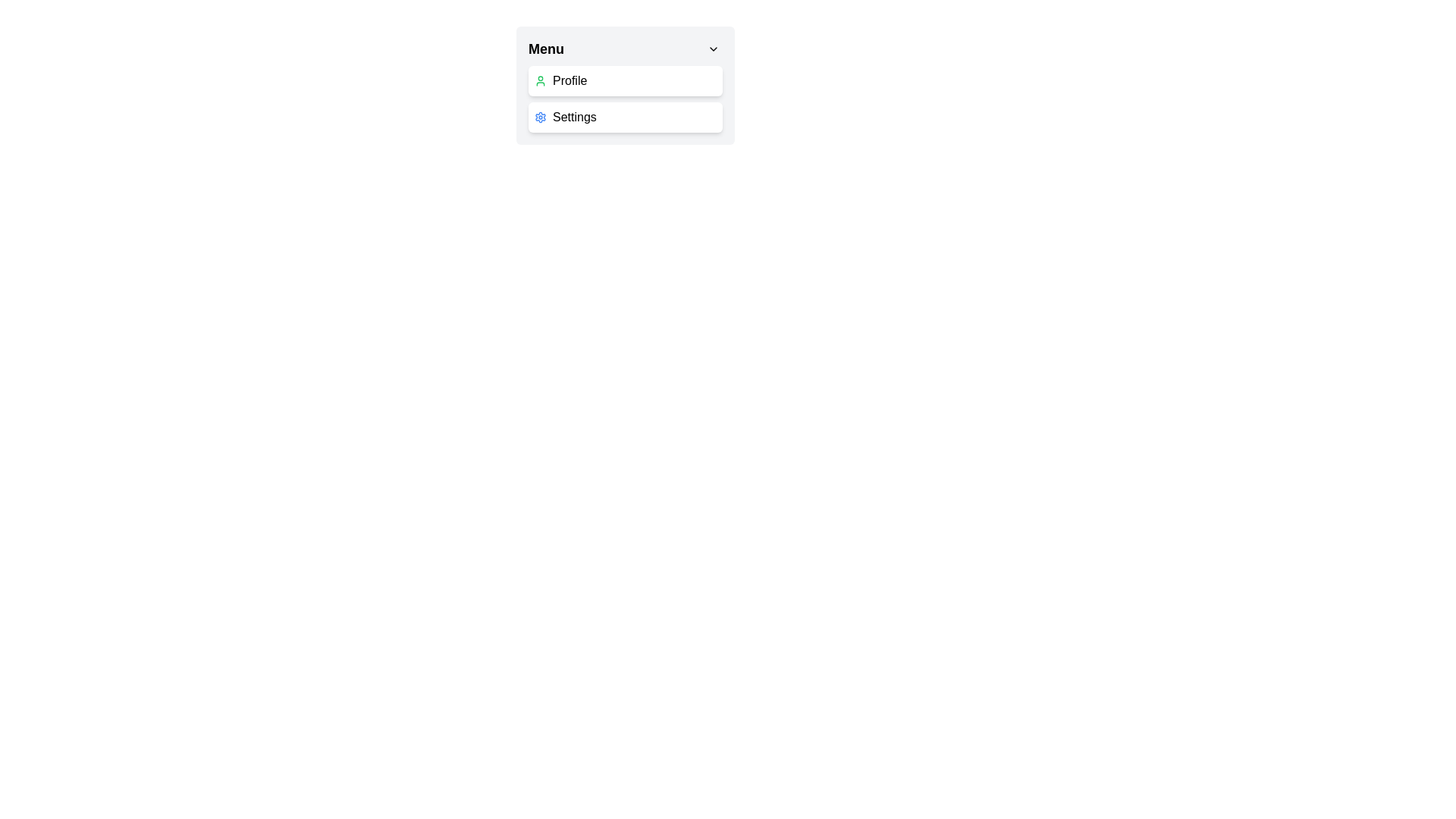 The height and width of the screenshot is (819, 1456). Describe the element at coordinates (712, 49) in the screenshot. I see `the downward-pointing chevron icon located in the upper-right corner of the dropdown menu header labeled 'Menu'` at that location.